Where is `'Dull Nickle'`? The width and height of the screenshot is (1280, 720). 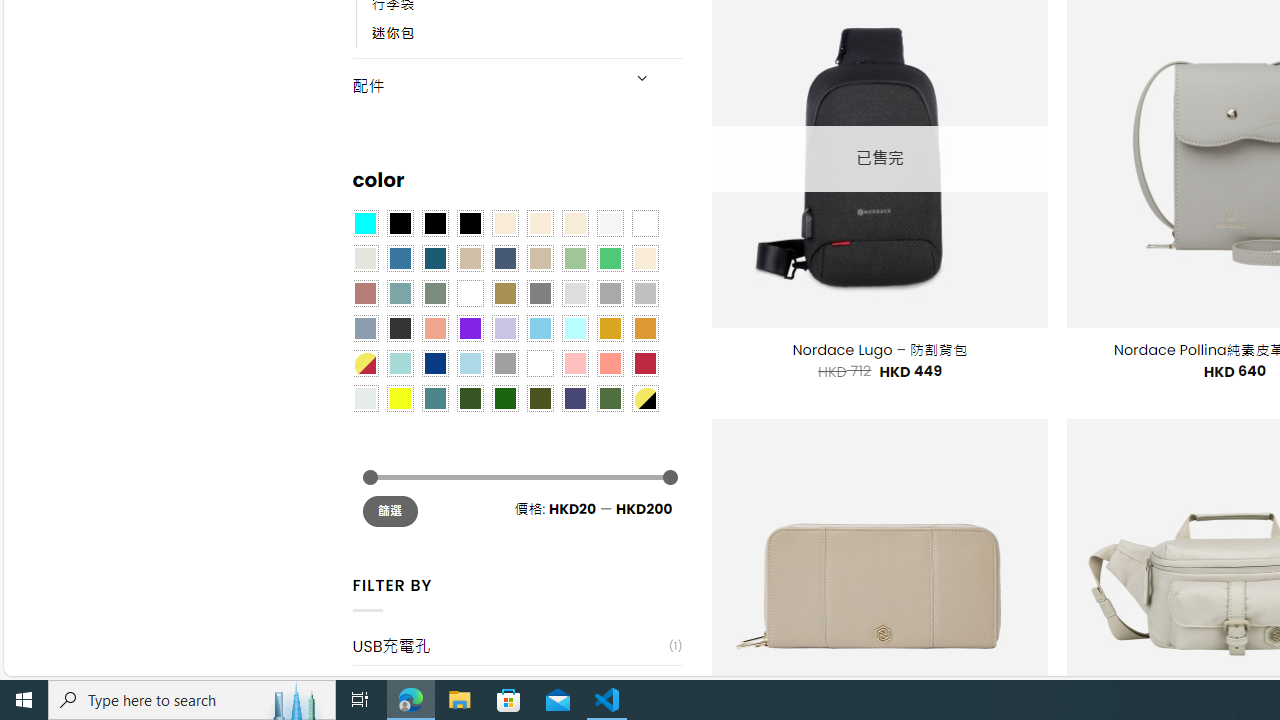 'Dull Nickle' is located at coordinates (364, 398).